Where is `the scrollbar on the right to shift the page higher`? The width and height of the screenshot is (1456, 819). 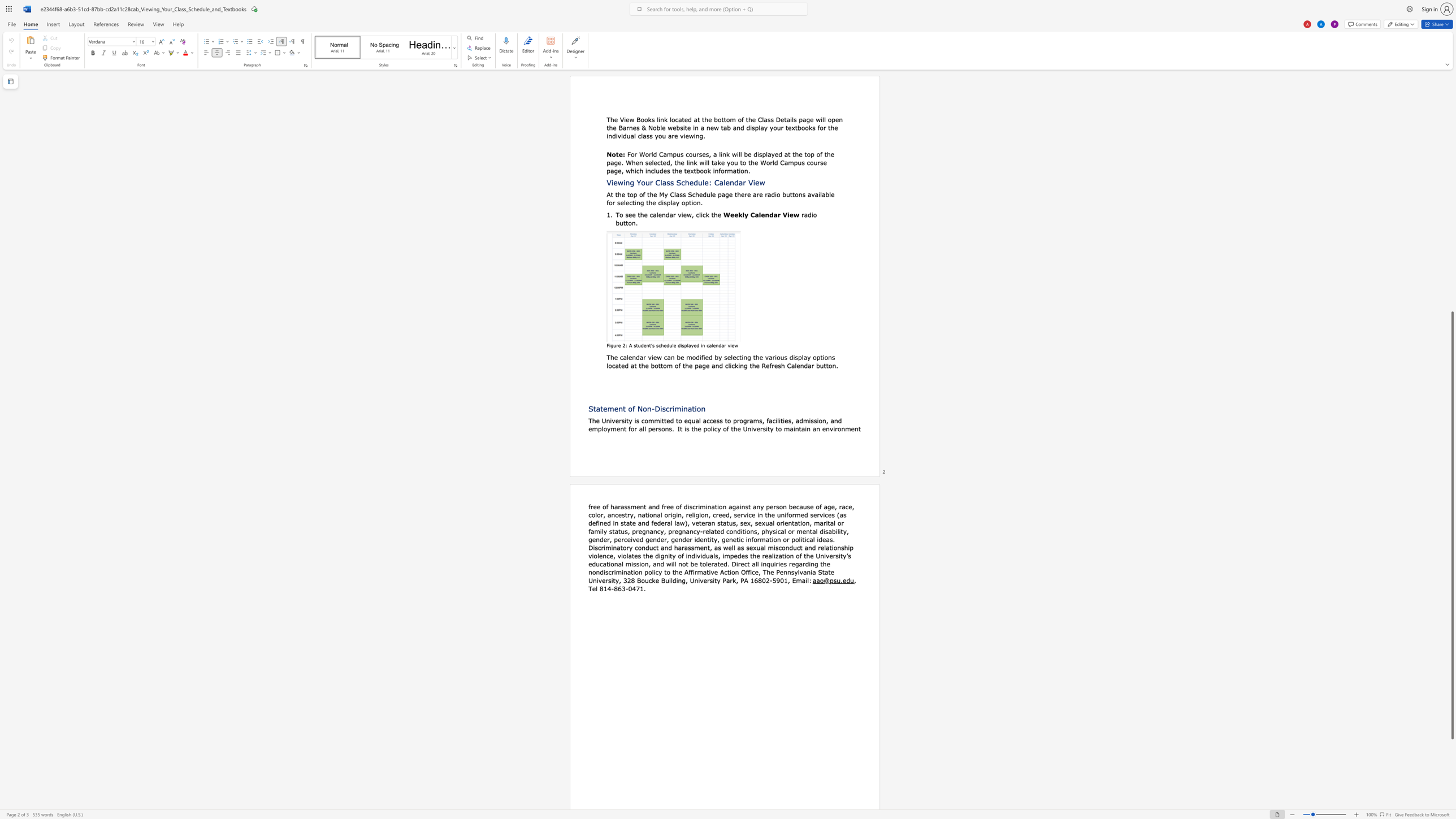
the scrollbar on the right to shift the page higher is located at coordinates (1451, 144).